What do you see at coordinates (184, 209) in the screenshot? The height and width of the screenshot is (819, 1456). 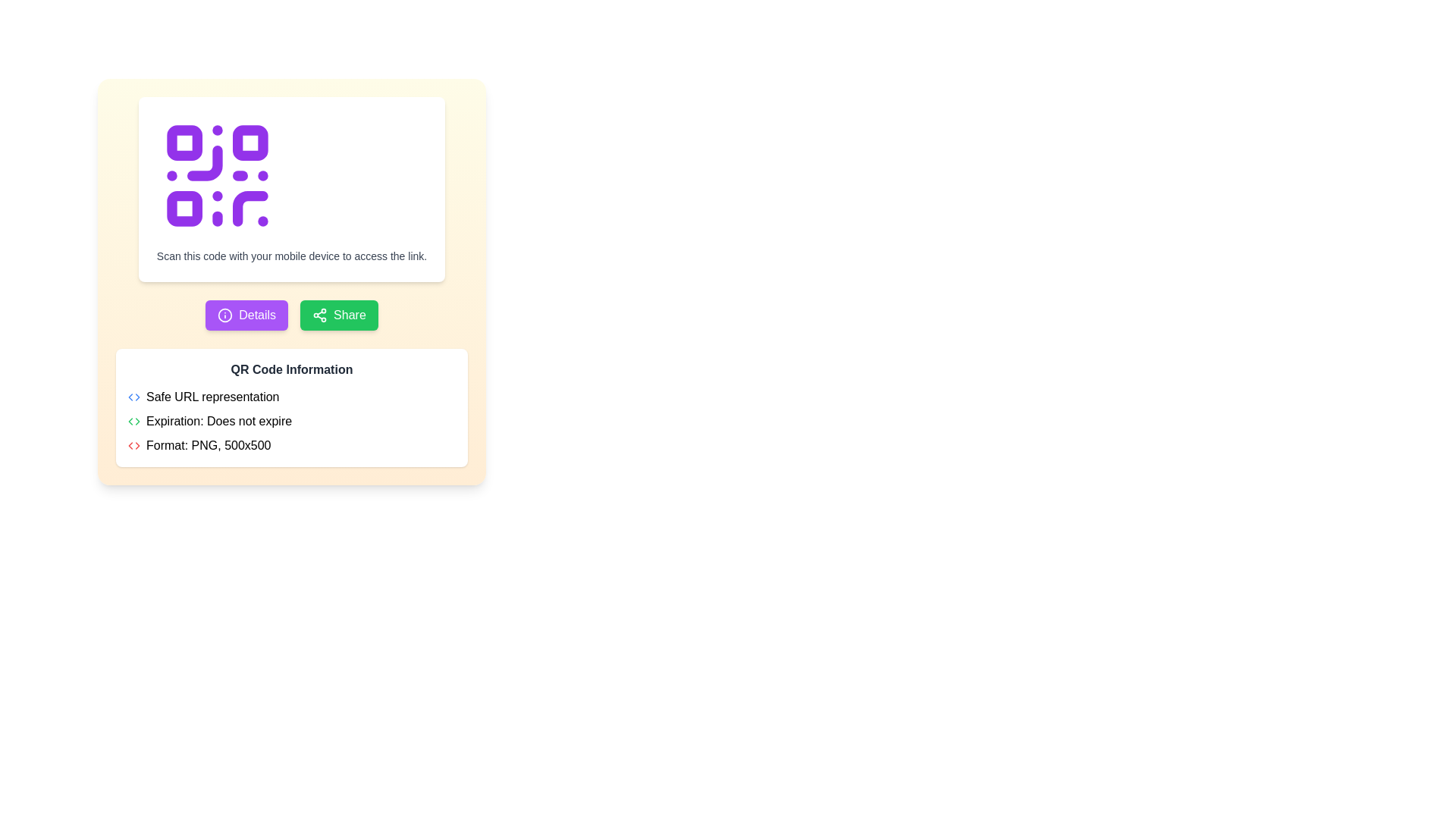 I see `the third rectangle in the bottom-left corner of the QR code graphic, which is part of the QR code's visual data pattern` at bounding box center [184, 209].